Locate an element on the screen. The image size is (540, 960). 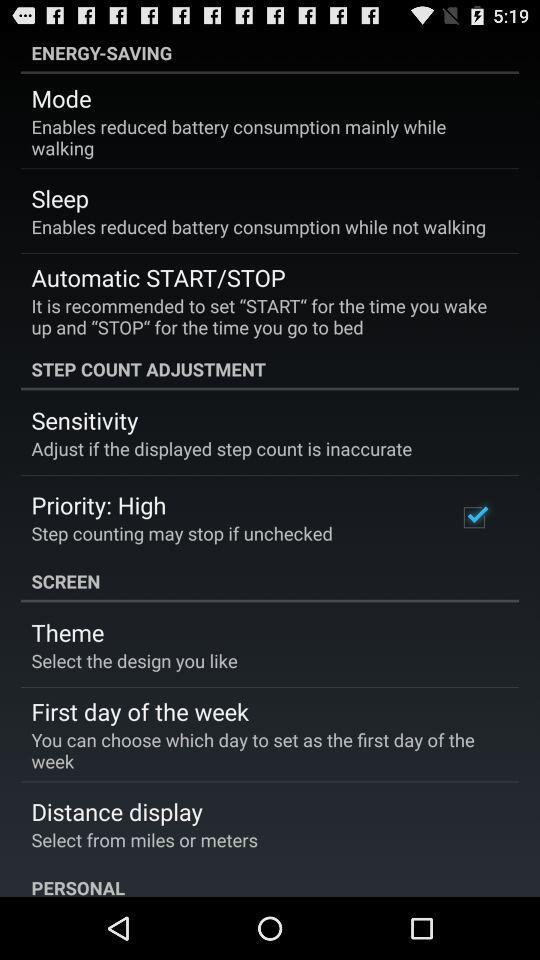
the sensitivity item is located at coordinates (83, 419).